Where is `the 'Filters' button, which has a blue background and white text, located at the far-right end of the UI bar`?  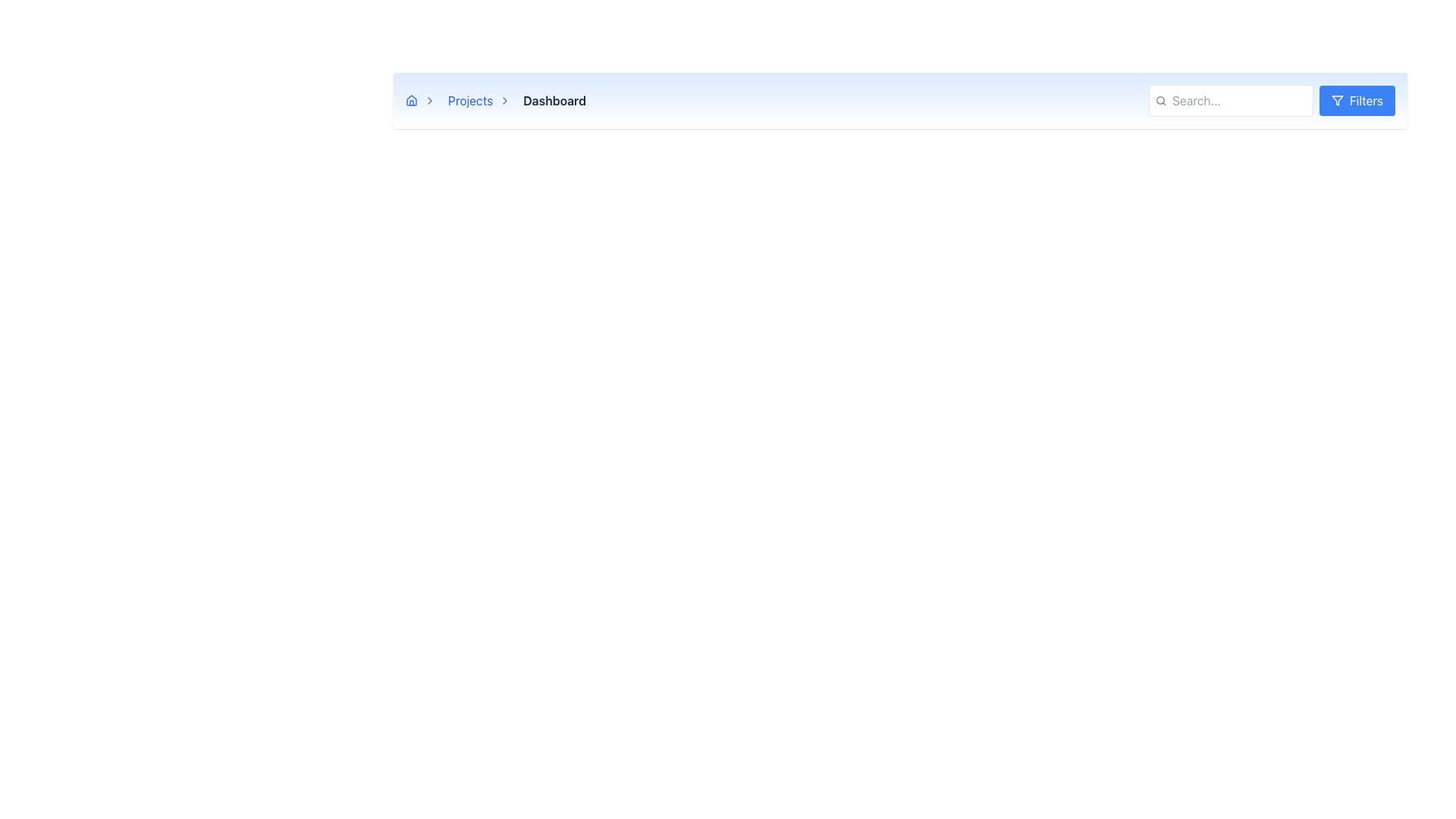 the 'Filters' button, which has a blue background and white text, located at the far-right end of the UI bar is located at coordinates (1357, 100).